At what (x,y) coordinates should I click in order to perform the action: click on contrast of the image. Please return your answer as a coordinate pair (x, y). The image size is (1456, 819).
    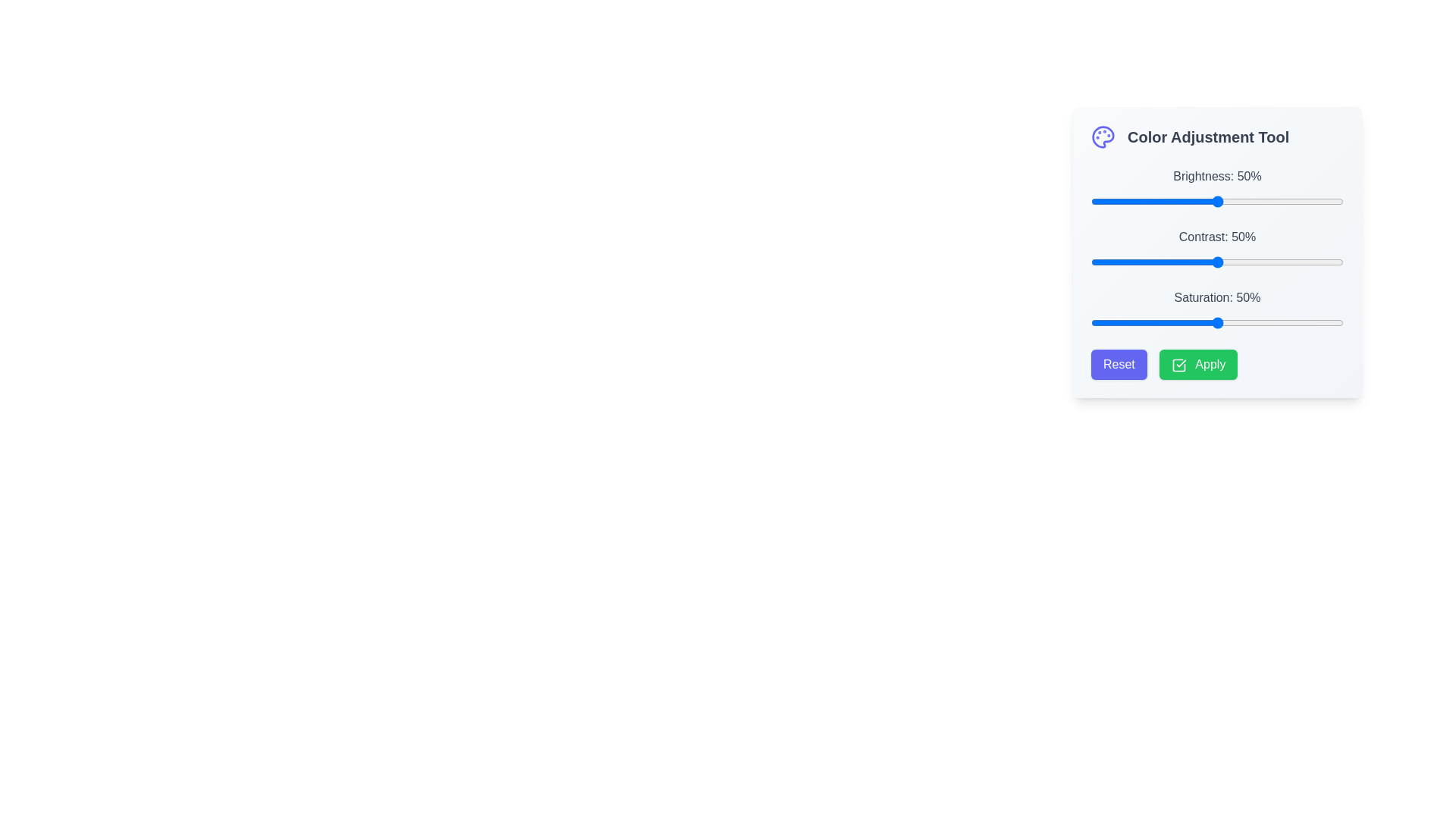
    Looking at the image, I should click on (1232, 262).